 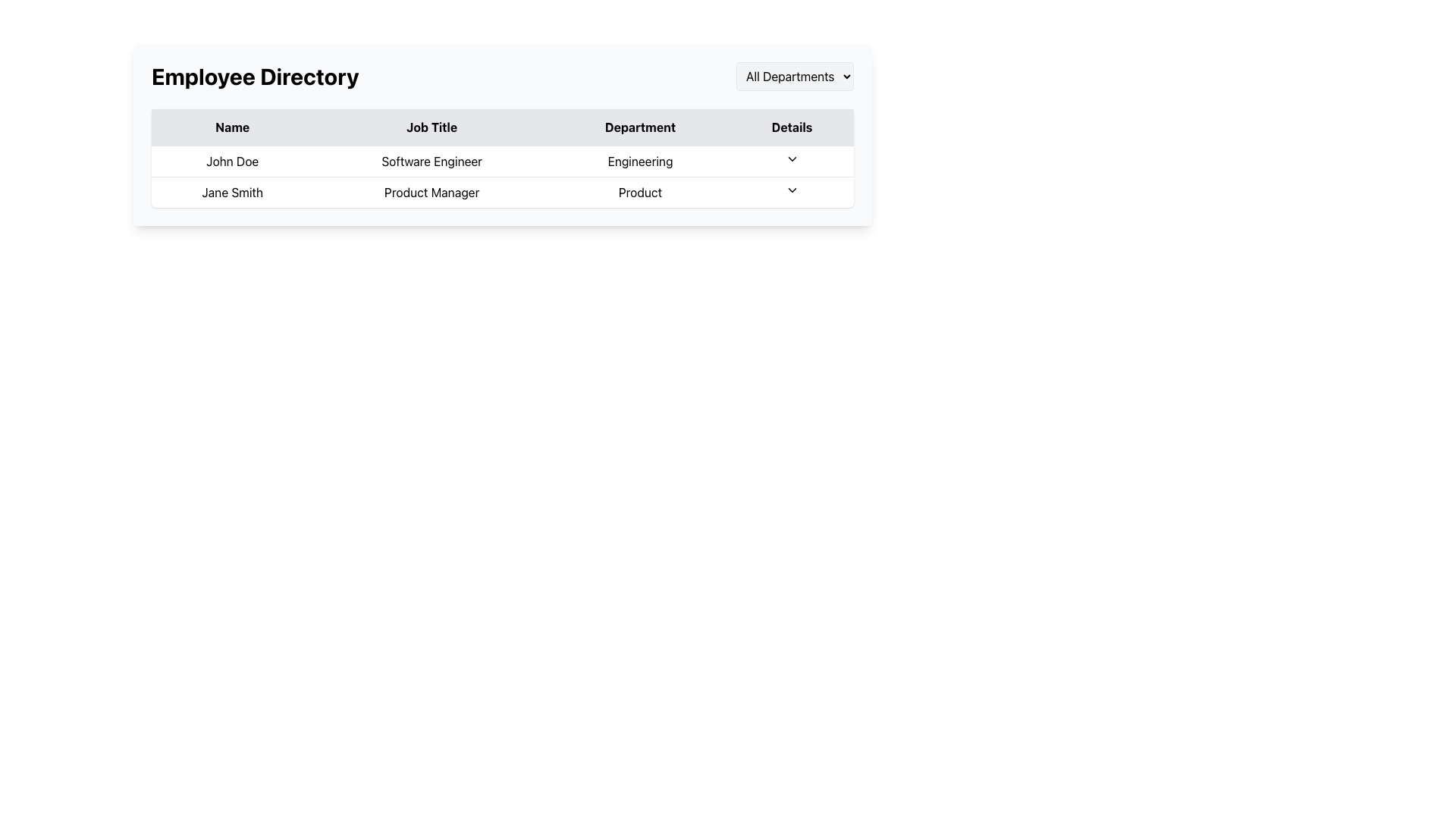 I want to click on the header text label that defines the job titles of employees, located between the 'Name' and 'Department' headers in the employee directory table, so click(x=431, y=127).